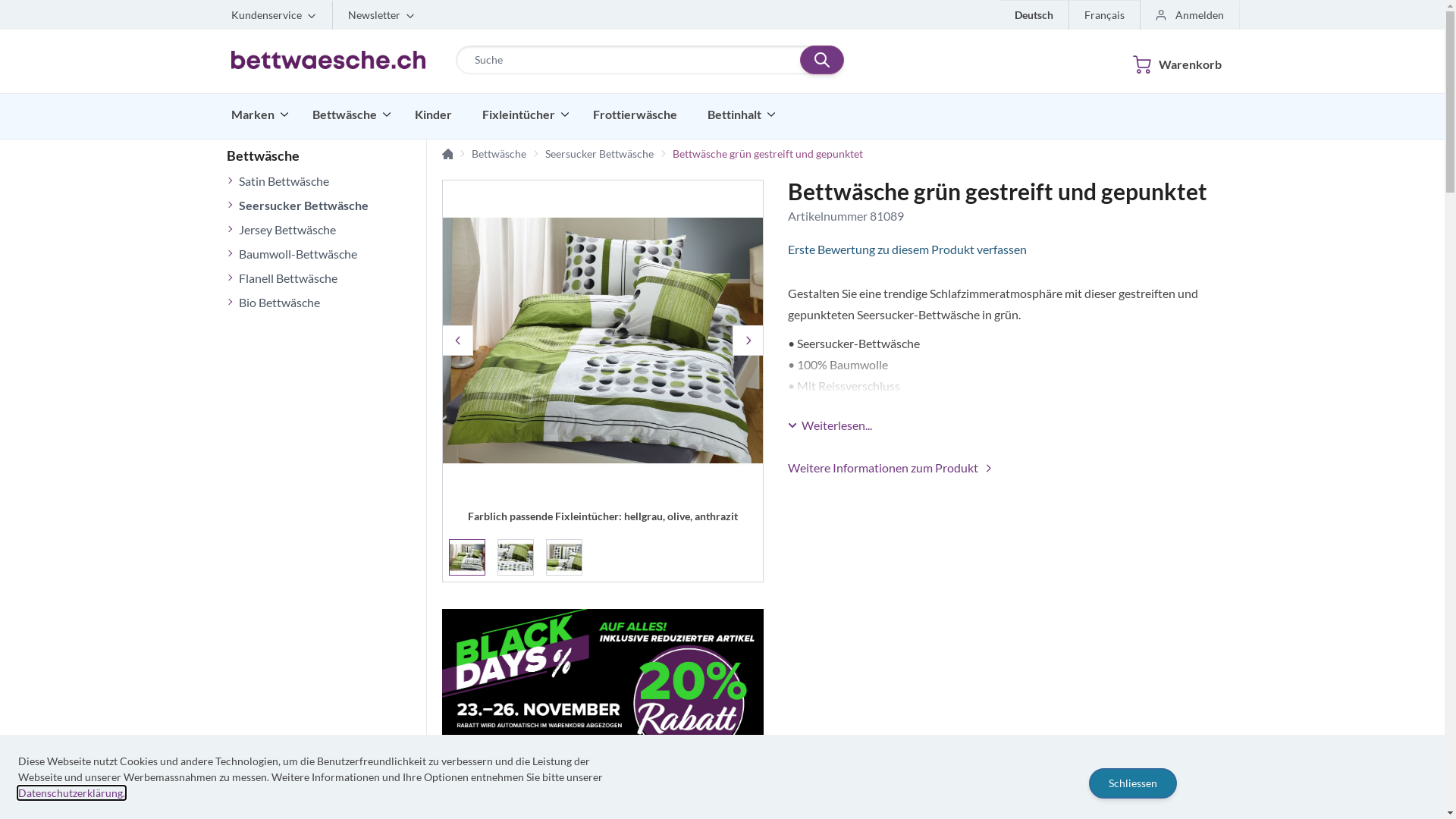  Describe the element at coordinates (381, 14) in the screenshot. I see `'Newsletter'` at that location.